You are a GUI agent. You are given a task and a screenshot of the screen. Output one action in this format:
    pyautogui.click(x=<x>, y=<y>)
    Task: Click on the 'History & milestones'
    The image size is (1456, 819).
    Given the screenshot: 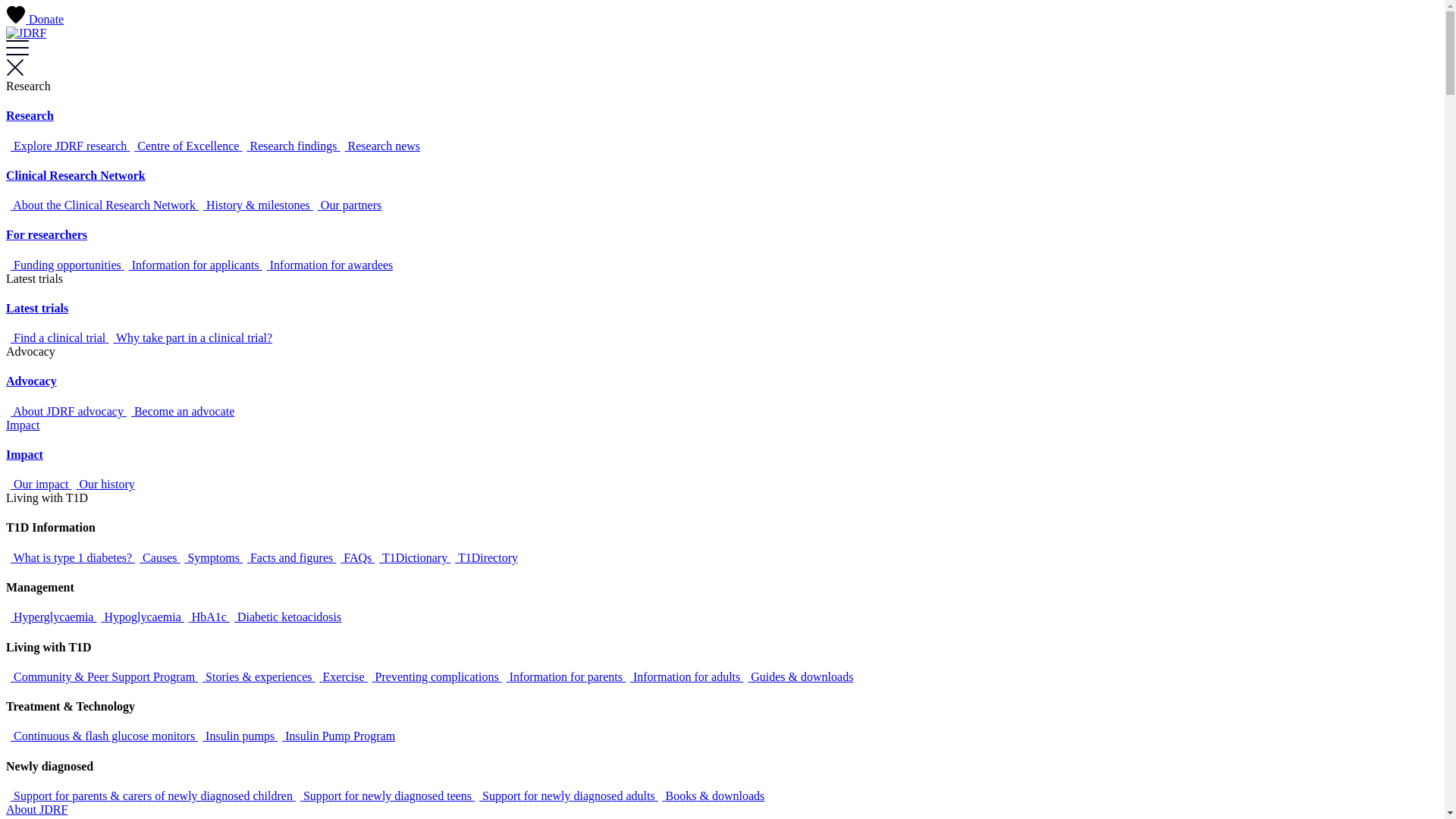 What is the action you would take?
    pyautogui.click(x=256, y=205)
    